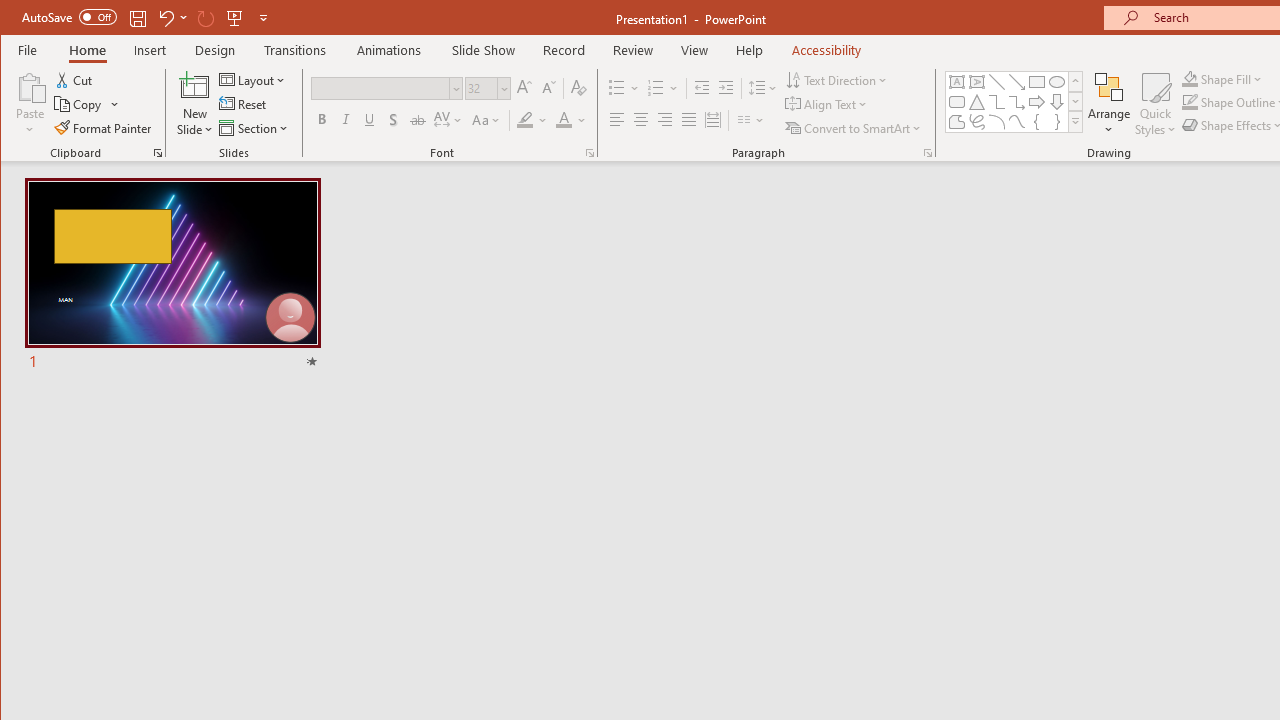 The width and height of the screenshot is (1280, 720). I want to click on 'Freeform: Shape', so click(955, 122).